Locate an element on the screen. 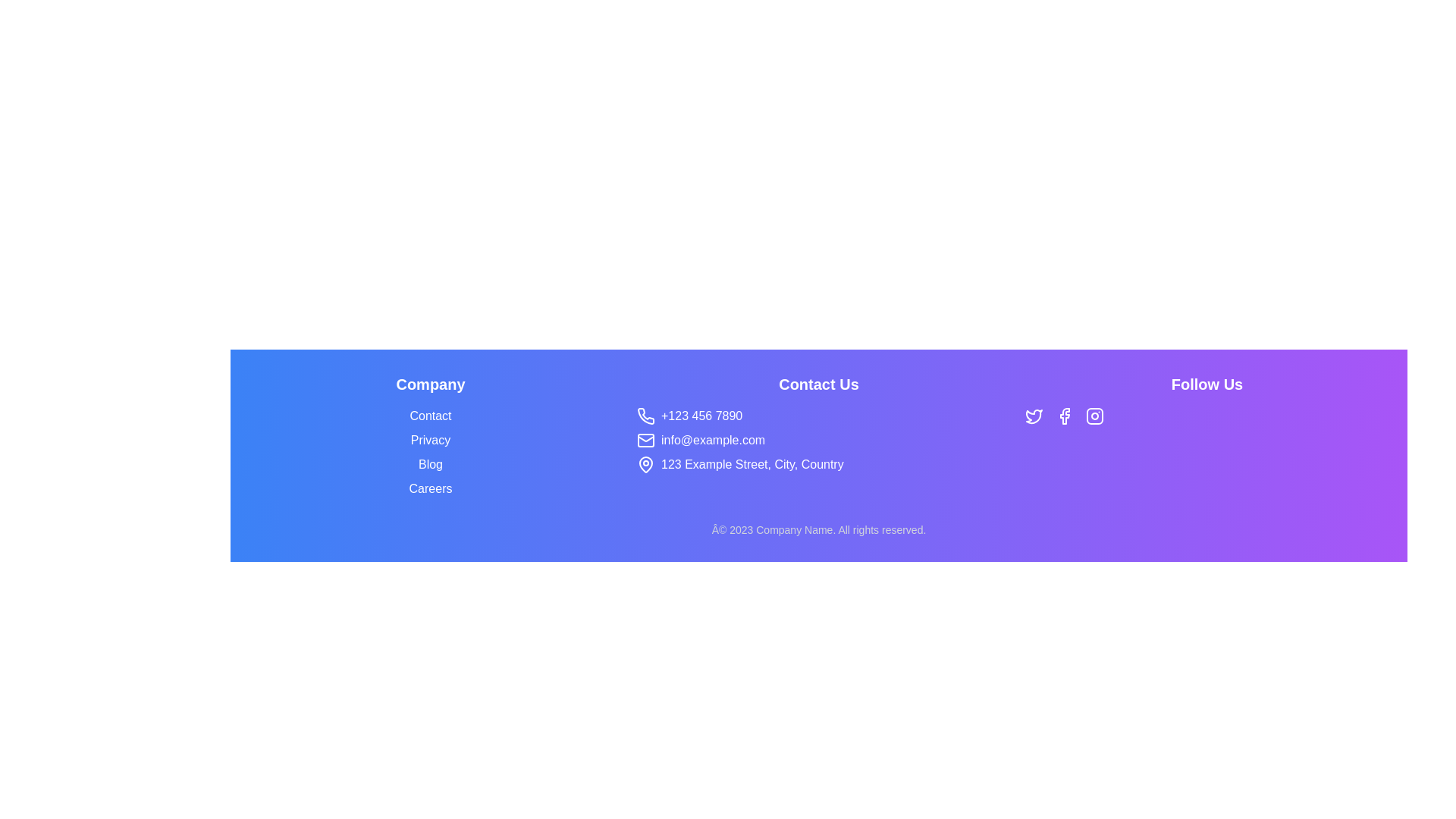  the email communication icon located to the left of the email address 'info@example.com' in the 'Contact Us' section is located at coordinates (645, 441).